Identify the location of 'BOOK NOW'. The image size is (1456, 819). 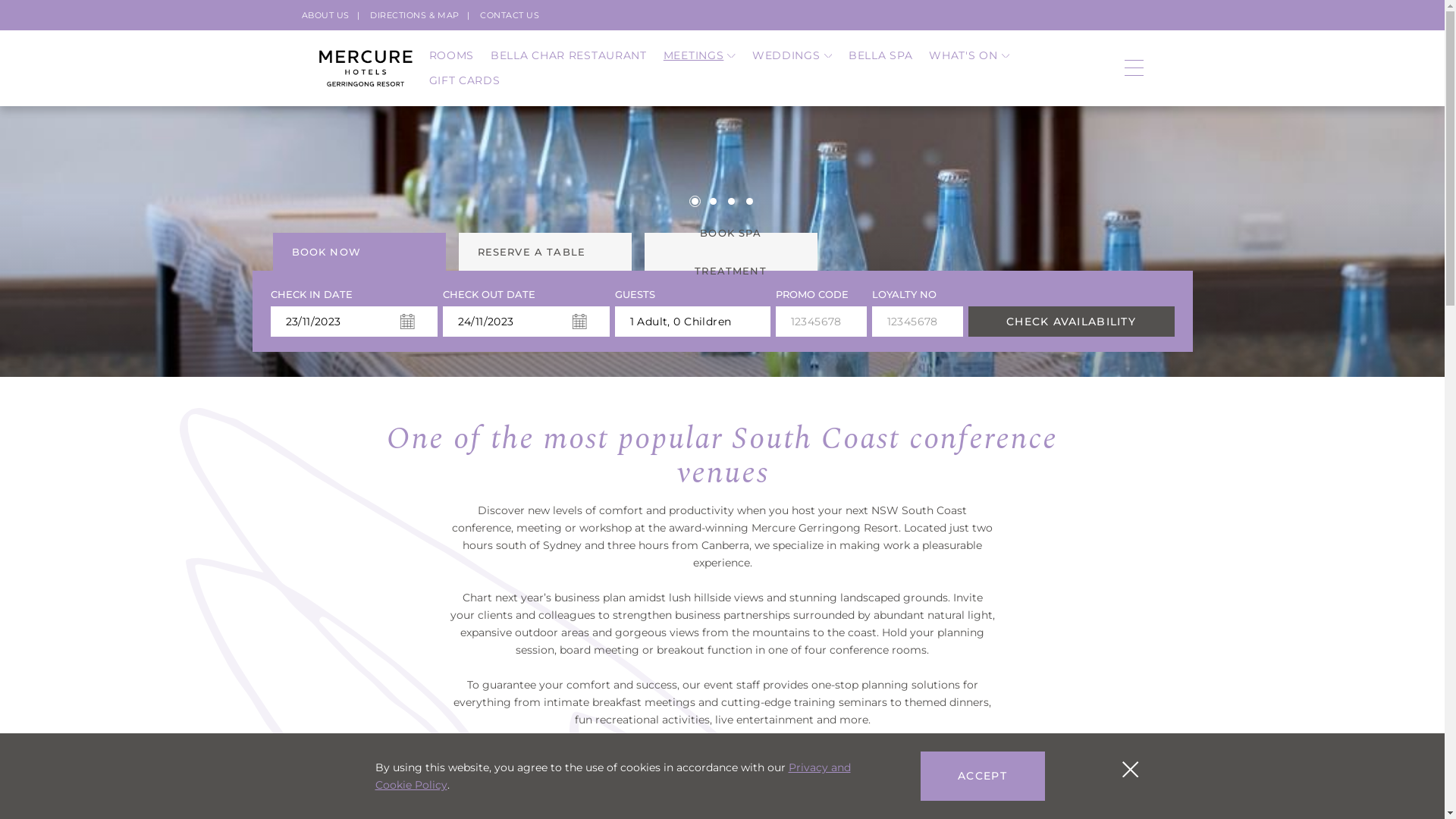
(359, 250).